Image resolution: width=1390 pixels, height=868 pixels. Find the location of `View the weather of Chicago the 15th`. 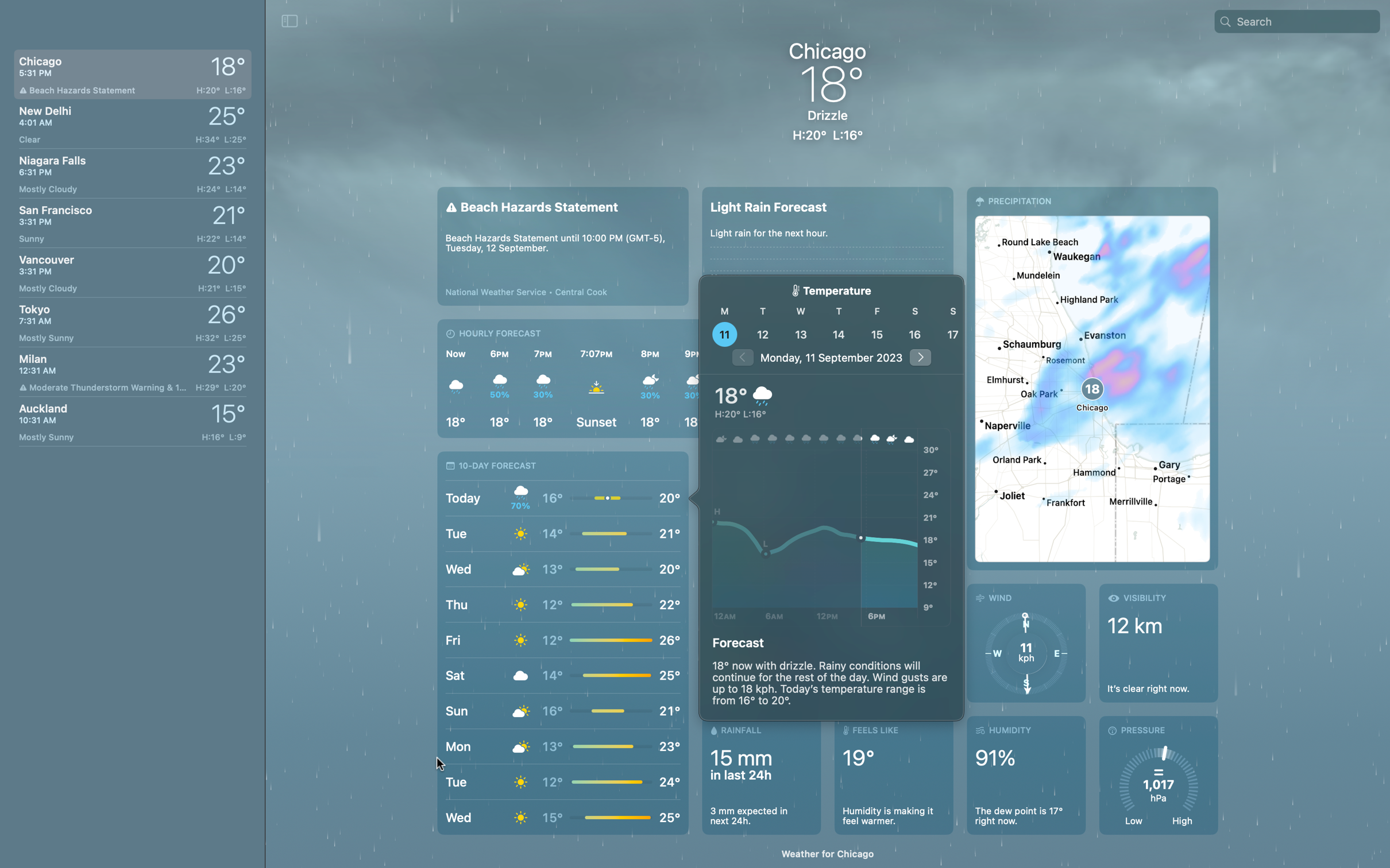

View the weather of Chicago the 15th is located at coordinates (876, 334).